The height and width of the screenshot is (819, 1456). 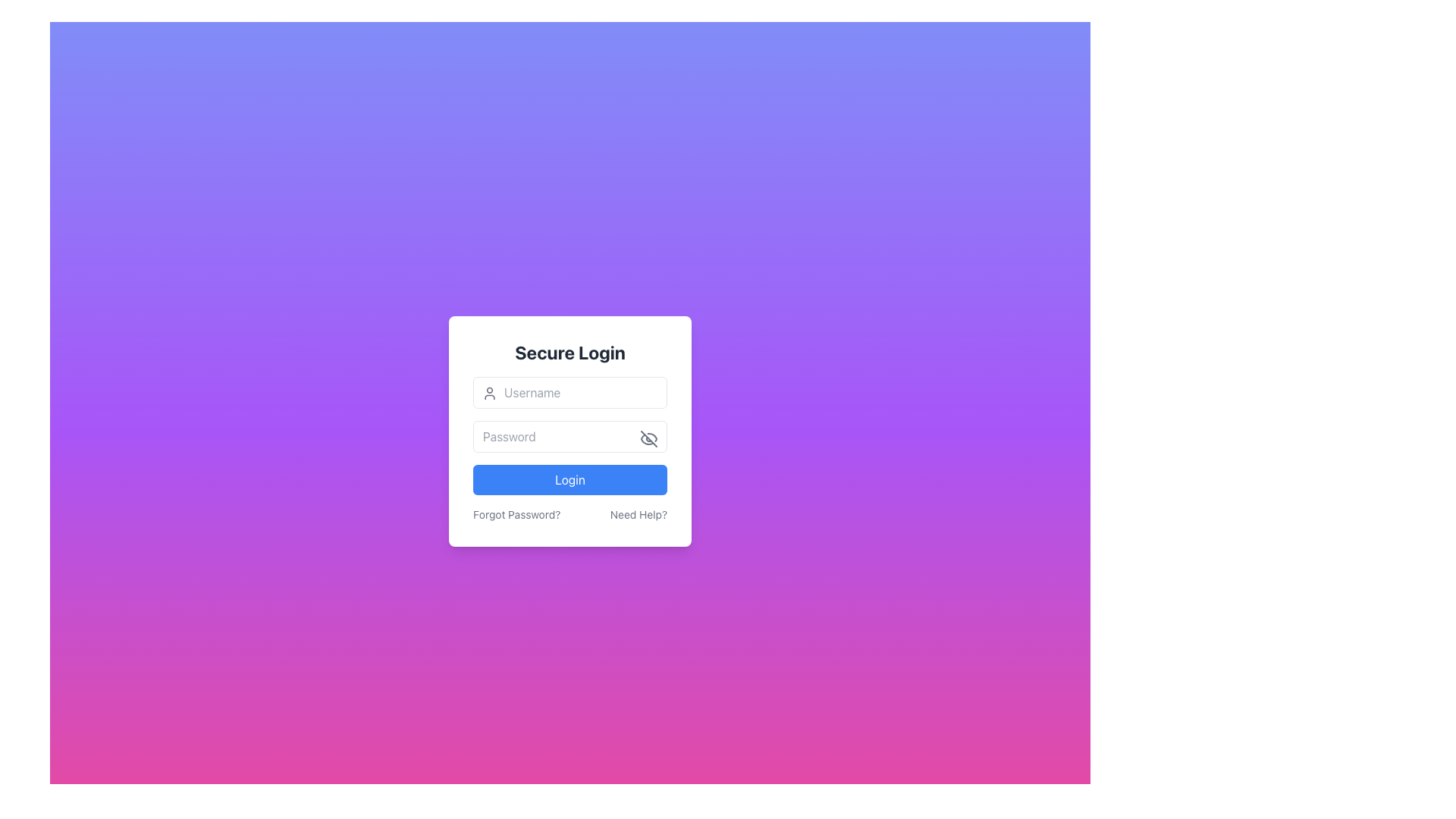 What do you see at coordinates (648, 438) in the screenshot?
I see `the eye off icon located on the password input field to toggle password visibility off` at bounding box center [648, 438].